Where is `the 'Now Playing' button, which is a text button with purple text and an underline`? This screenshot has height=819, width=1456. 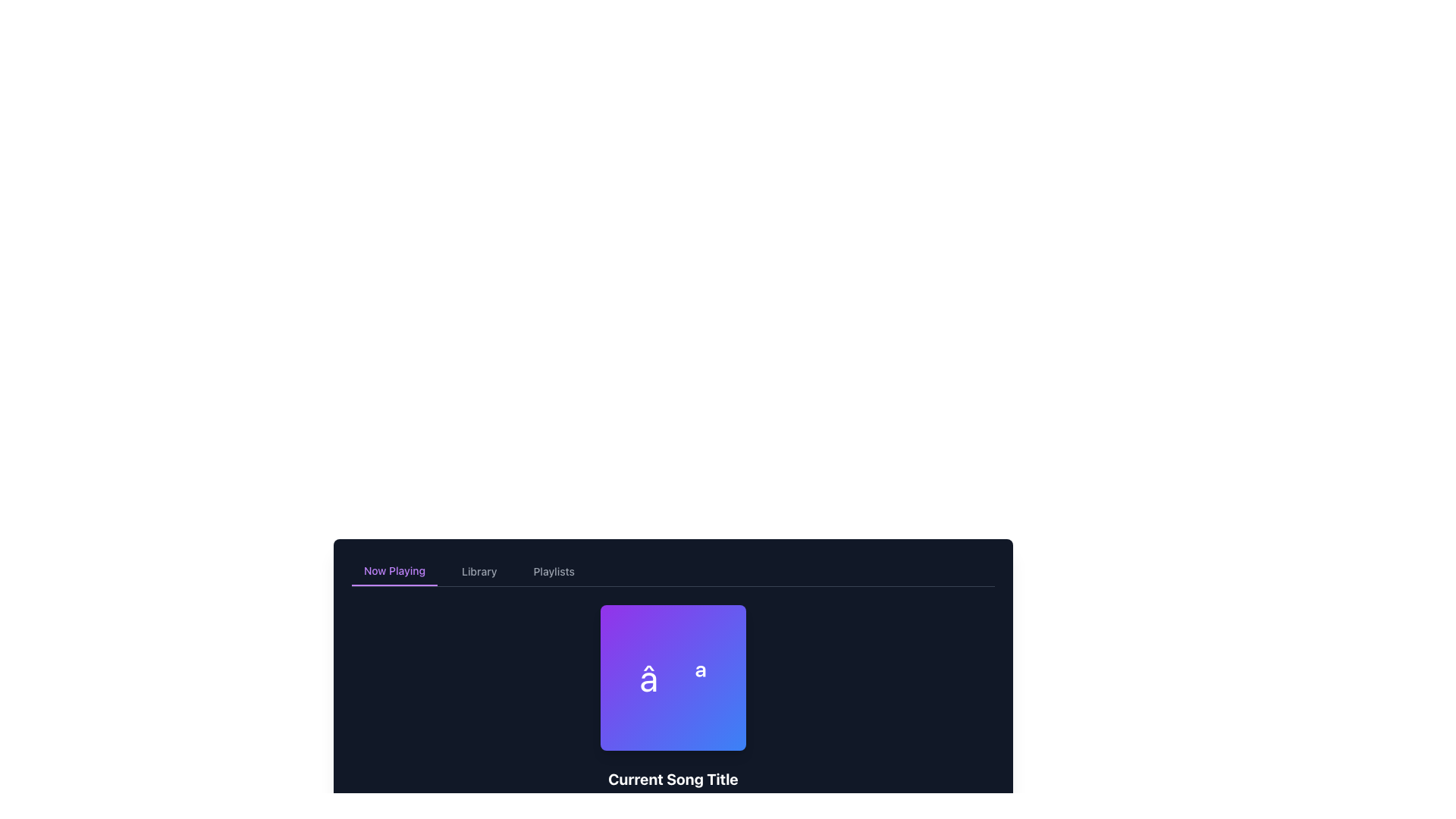
the 'Now Playing' button, which is a text button with purple text and an underline is located at coordinates (394, 571).